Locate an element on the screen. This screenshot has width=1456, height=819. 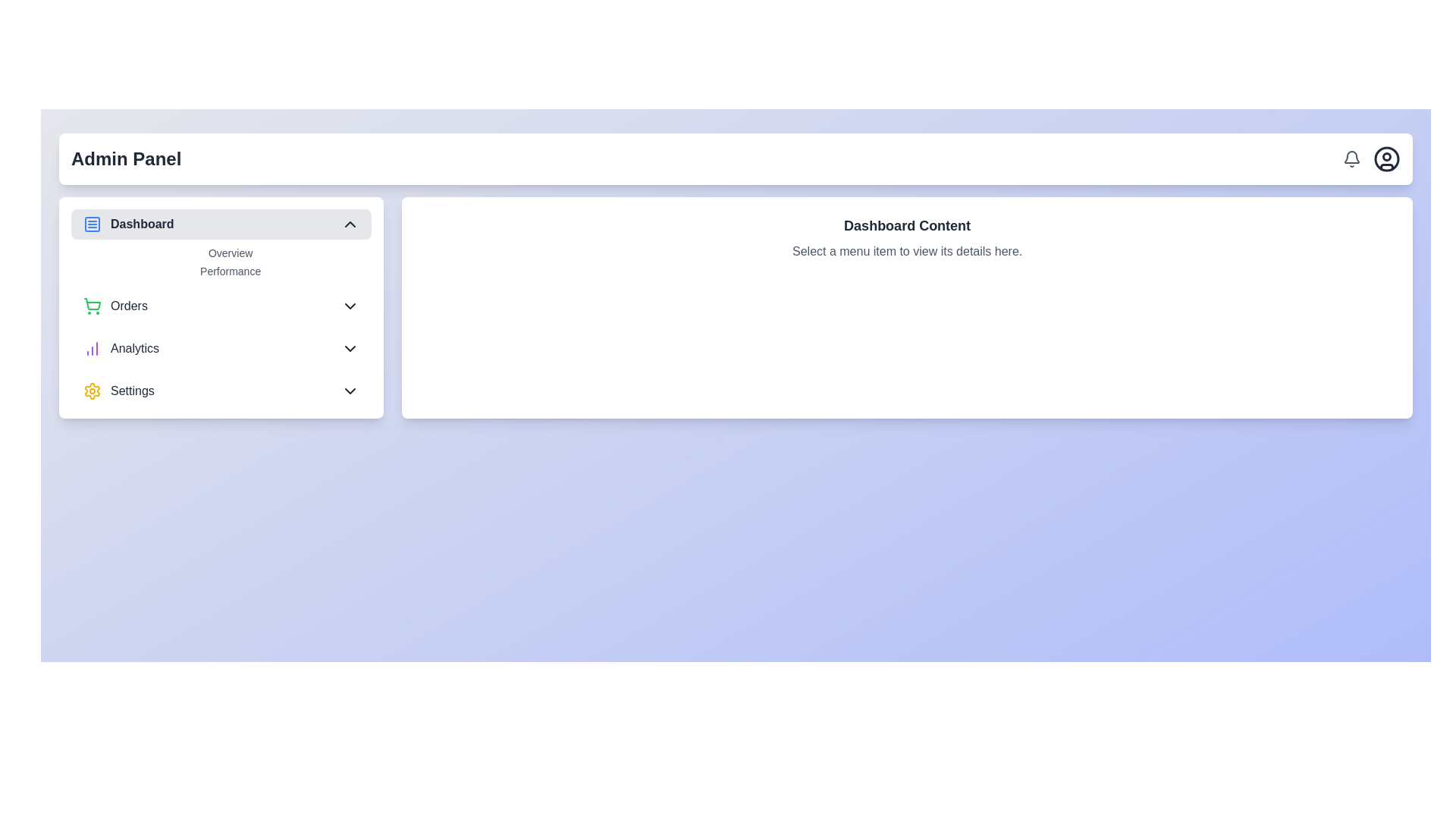
the Dropdown indicator icon located to the far-right of the 'Orders' menu item is located at coordinates (350, 306).